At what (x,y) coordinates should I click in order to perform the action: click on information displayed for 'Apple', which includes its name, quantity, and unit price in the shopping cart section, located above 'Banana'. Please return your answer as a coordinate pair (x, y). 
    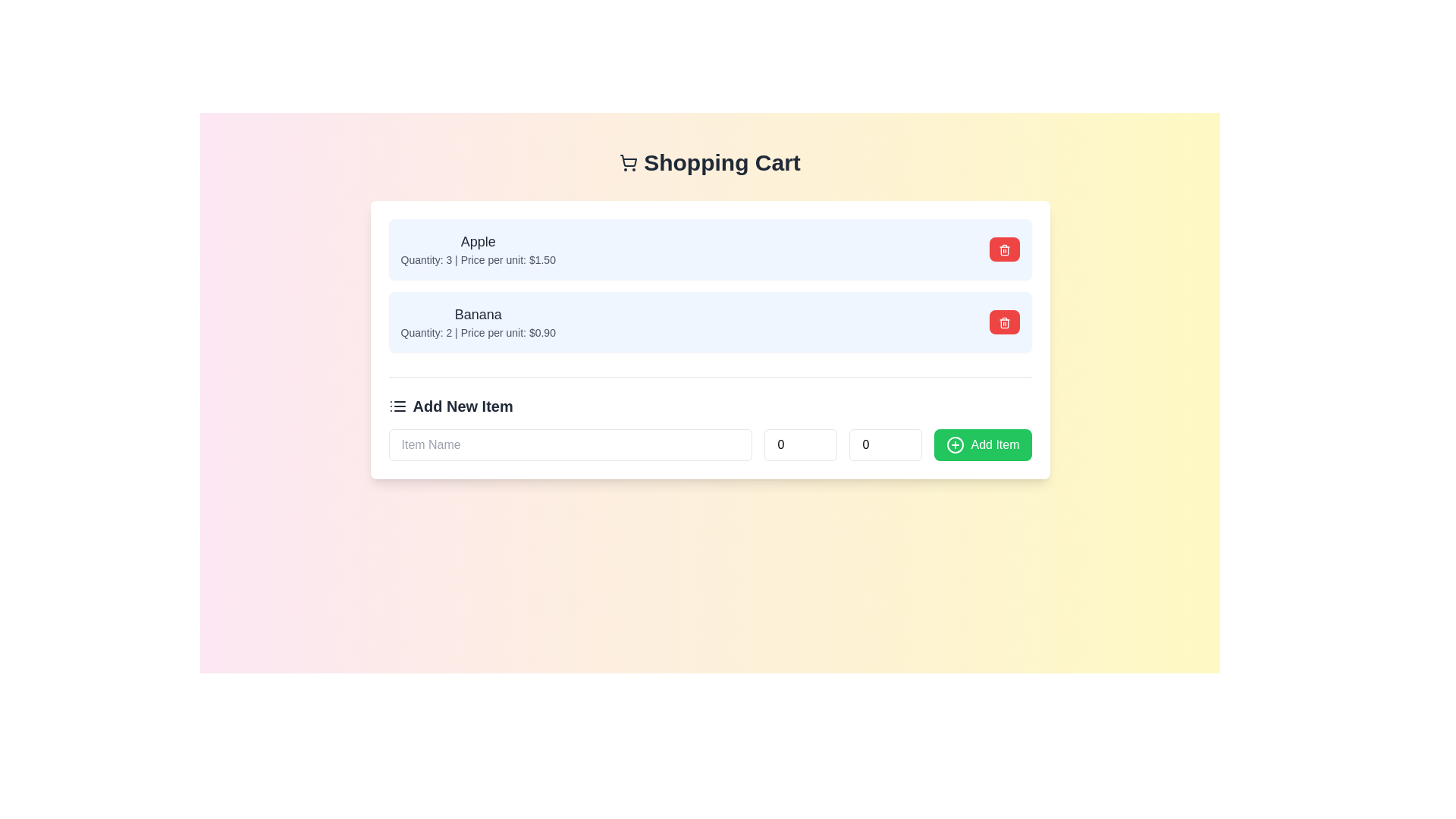
    Looking at the image, I should click on (477, 248).